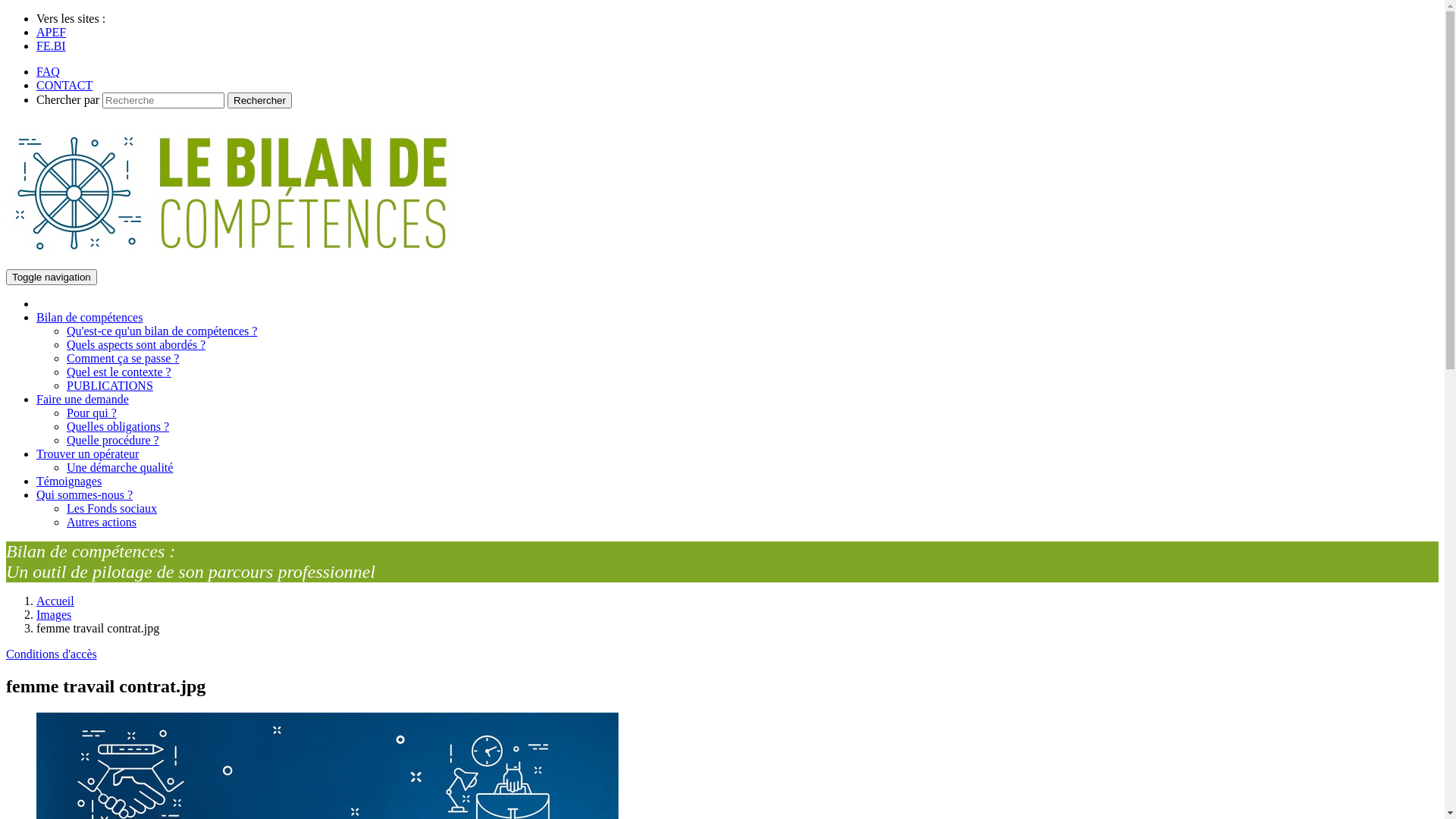 This screenshot has height=819, width=1456. Describe the element at coordinates (82, 398) in the screenshot. I see `'Faire une demande'` at that location.